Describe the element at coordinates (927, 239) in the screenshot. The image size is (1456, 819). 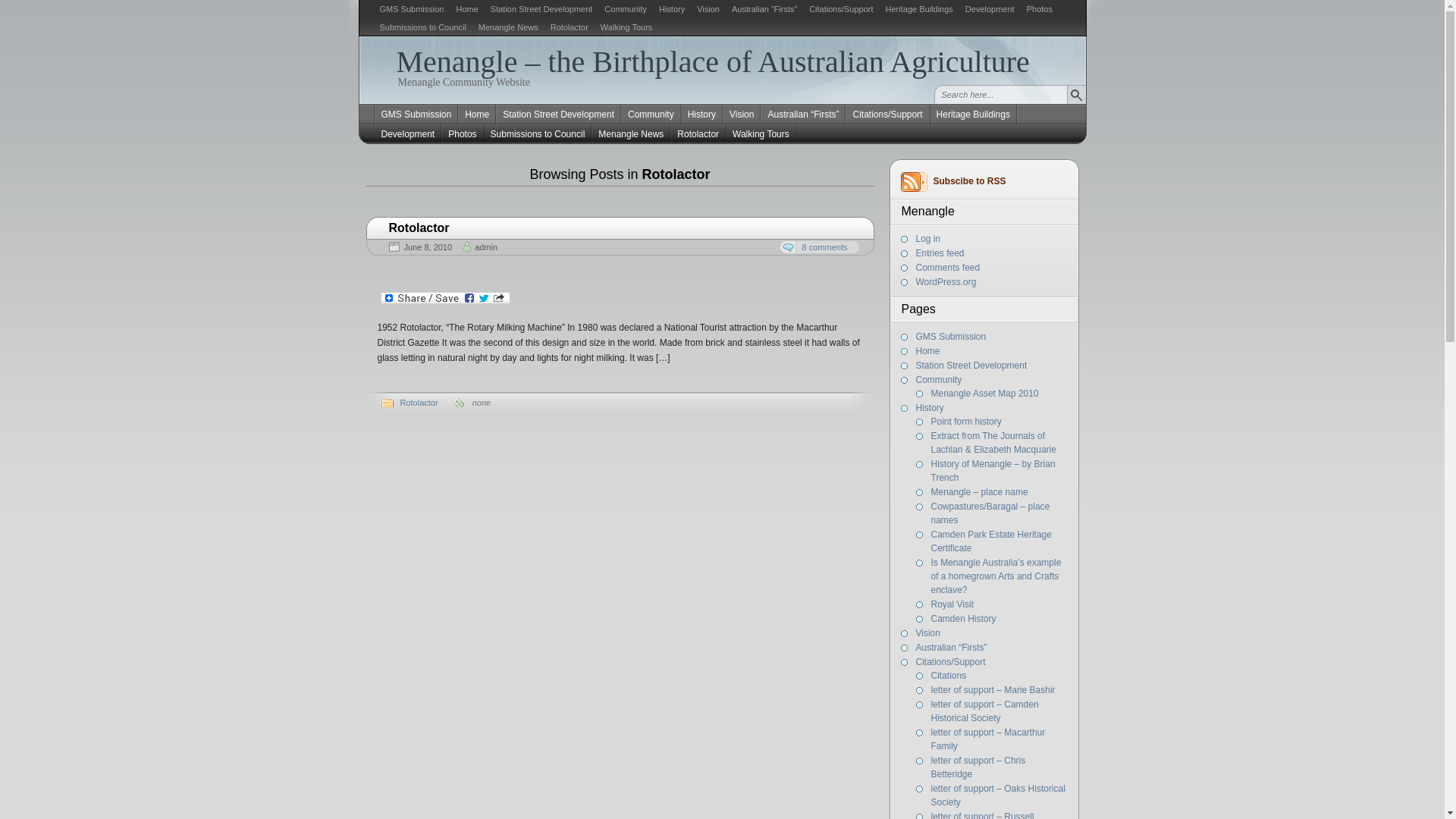
I see `'Log in'` at that location.